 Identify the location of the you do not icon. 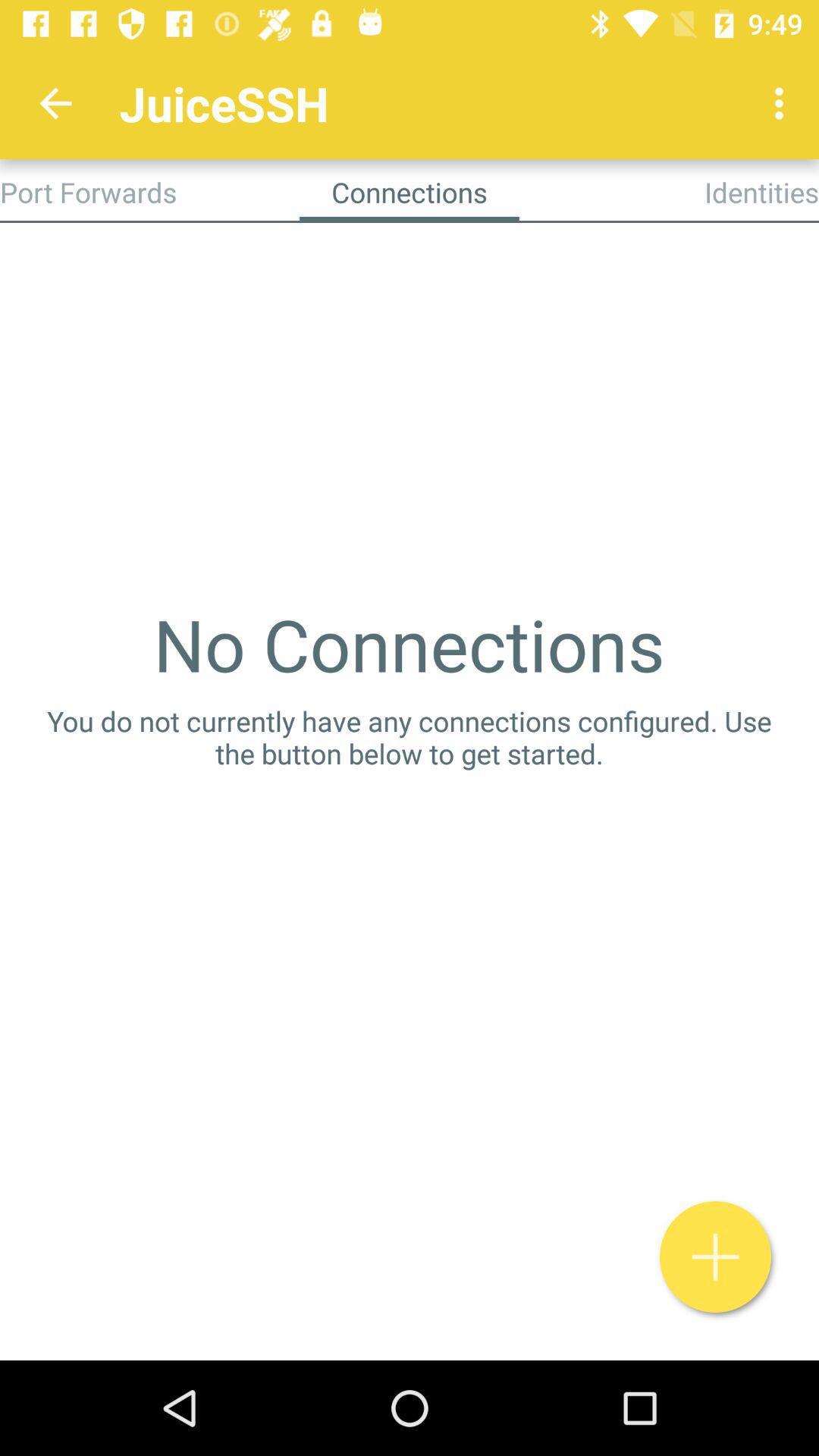
(409, 737).